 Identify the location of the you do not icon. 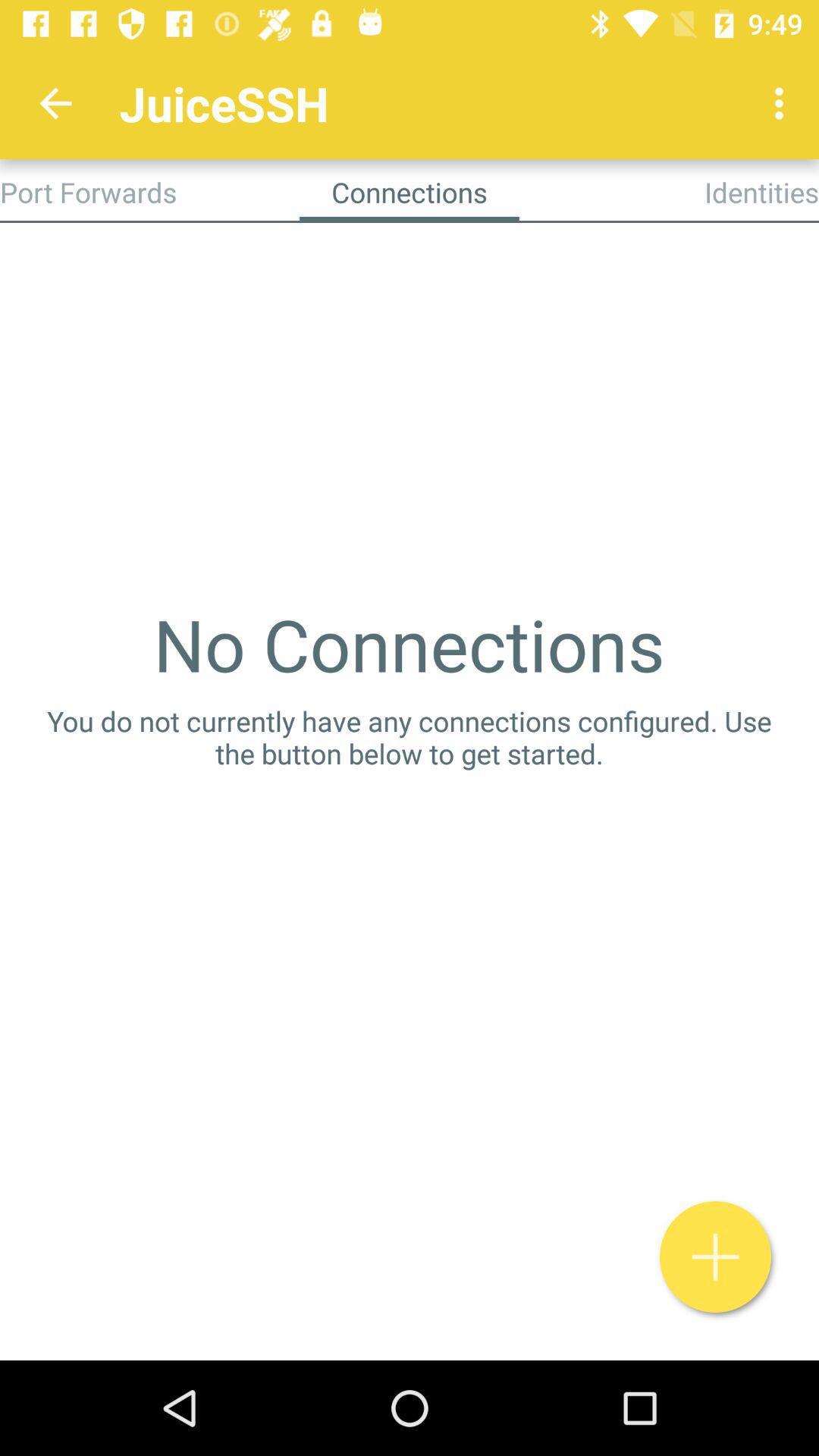
(409, 737).